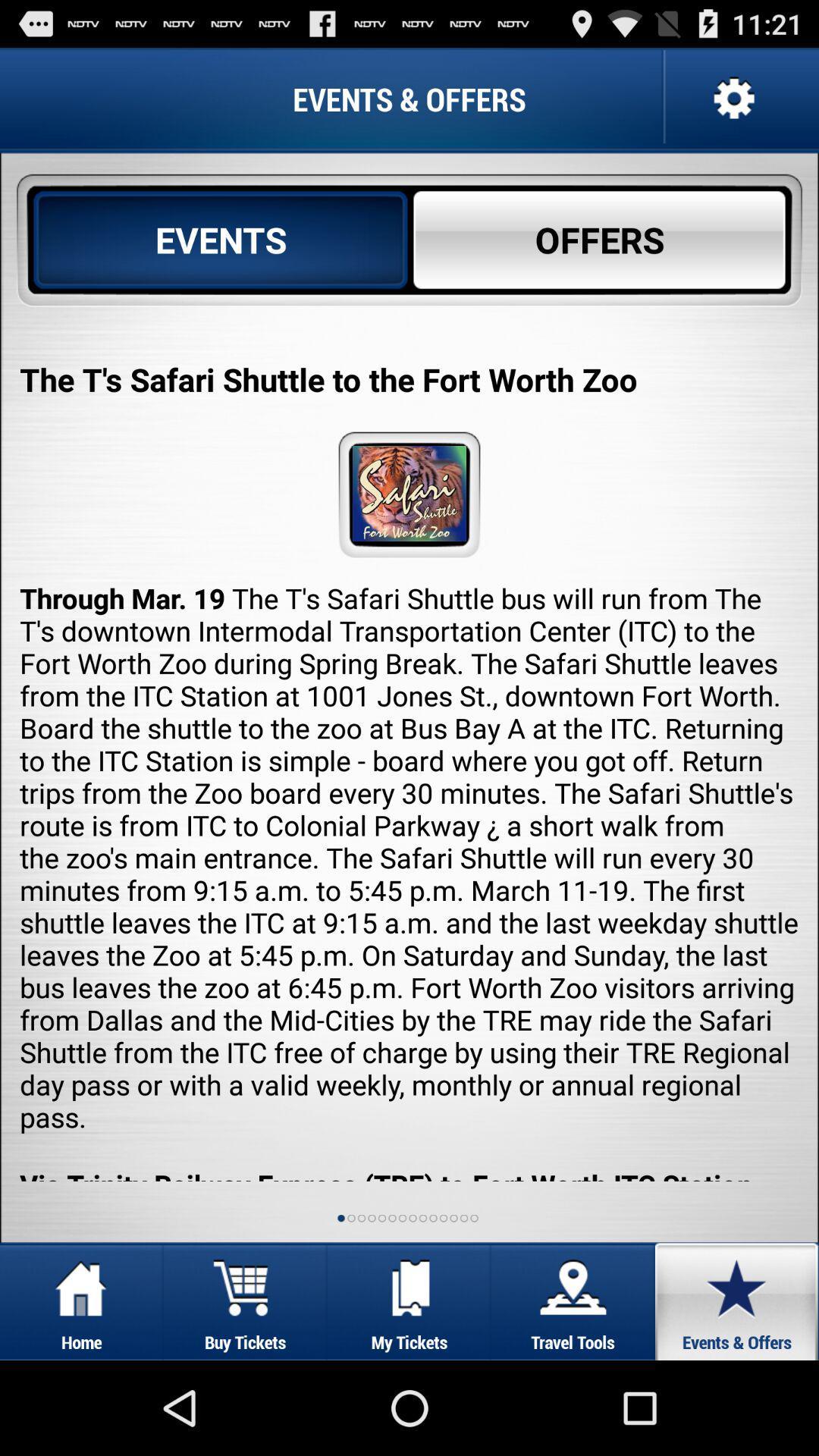 This screenshot has height=1456, width=819. I want to click on the settings option, so click(731, 98).